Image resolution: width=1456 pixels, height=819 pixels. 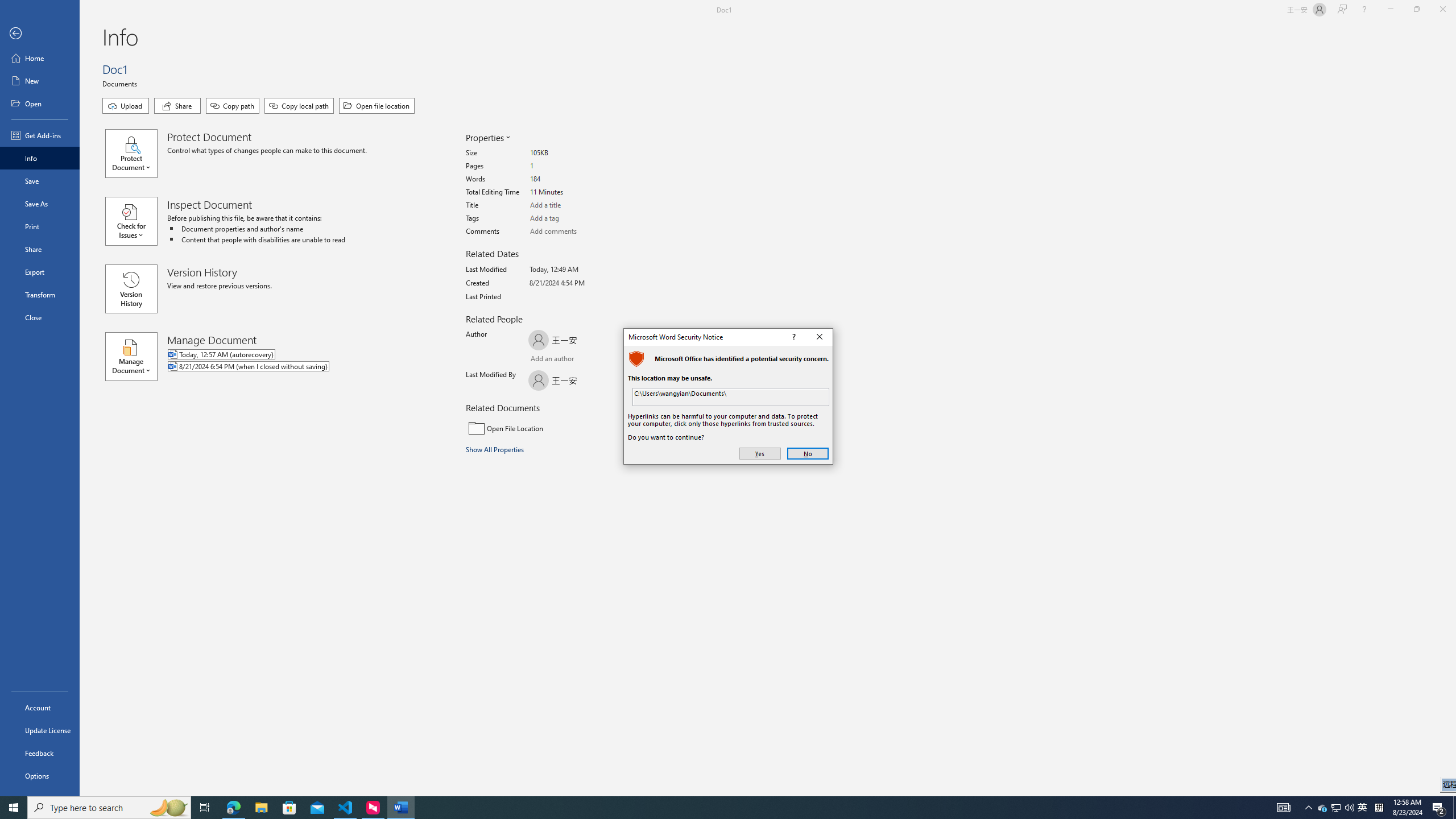 I want to click on 'Microsoft Edge - 1 running window', so click(x=233, y=806).